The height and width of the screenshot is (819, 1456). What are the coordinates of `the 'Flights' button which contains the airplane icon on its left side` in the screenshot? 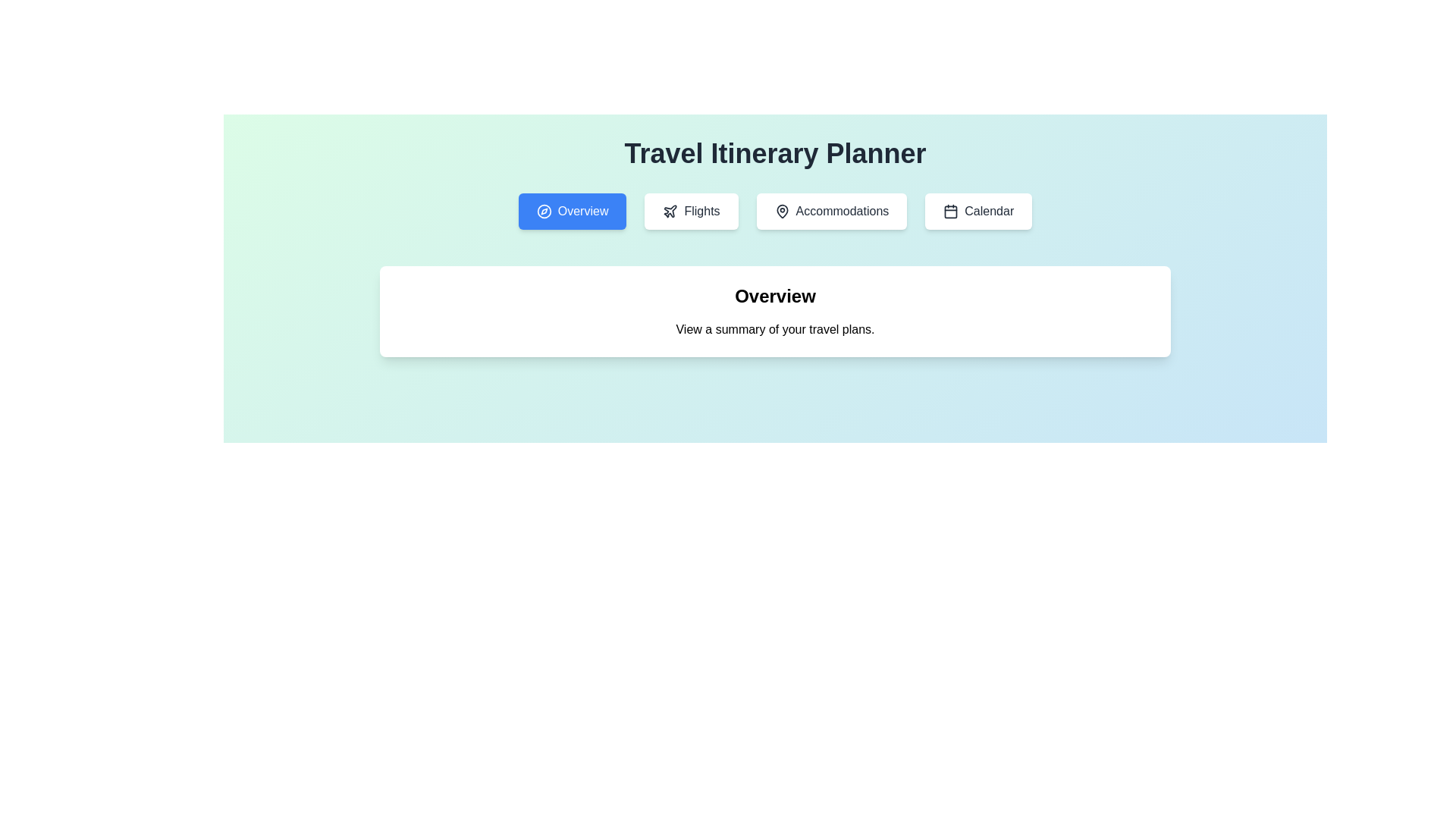 It's located at (669, 211).